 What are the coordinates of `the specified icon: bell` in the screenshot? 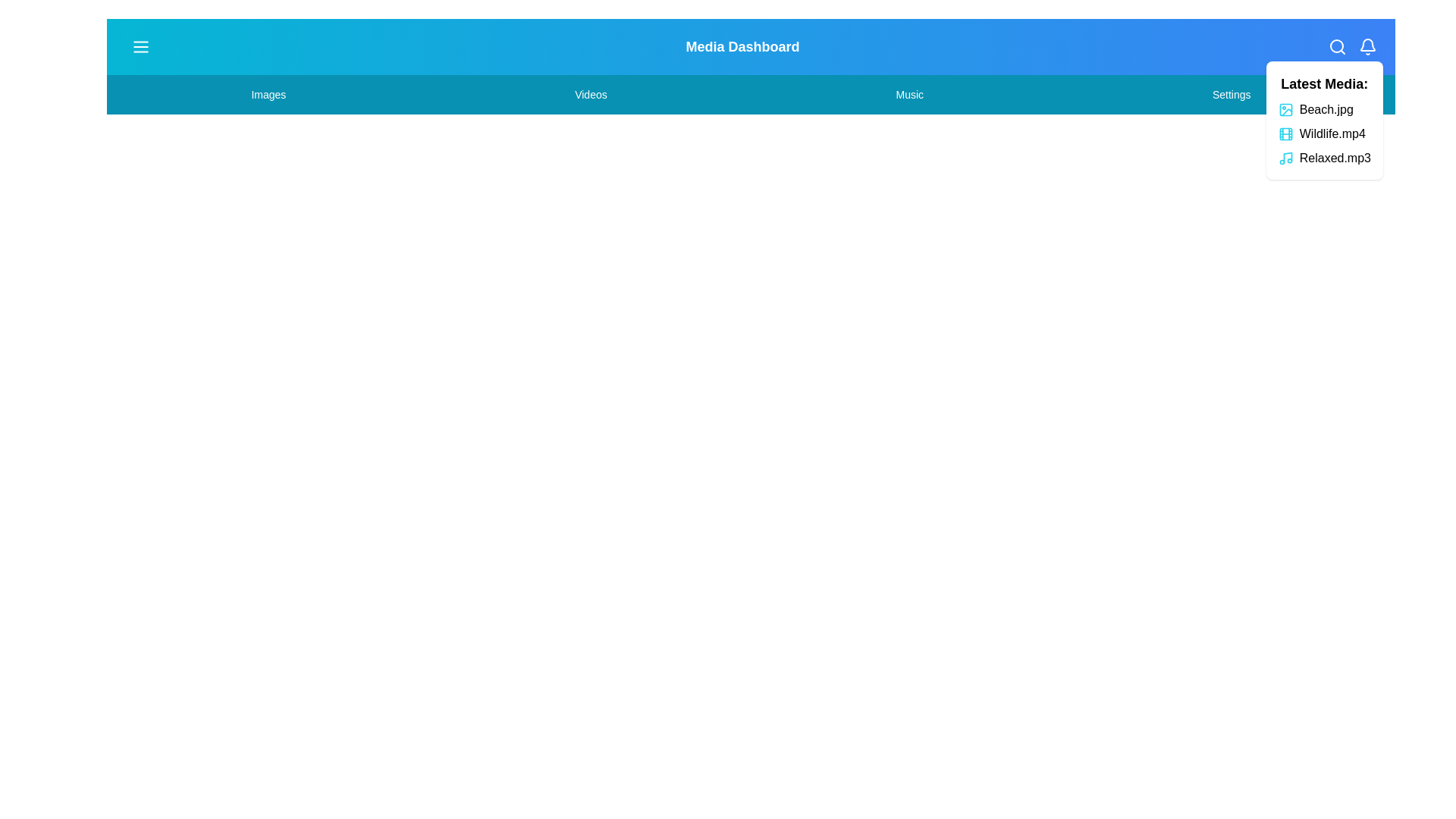 It's located at (1368, 45).